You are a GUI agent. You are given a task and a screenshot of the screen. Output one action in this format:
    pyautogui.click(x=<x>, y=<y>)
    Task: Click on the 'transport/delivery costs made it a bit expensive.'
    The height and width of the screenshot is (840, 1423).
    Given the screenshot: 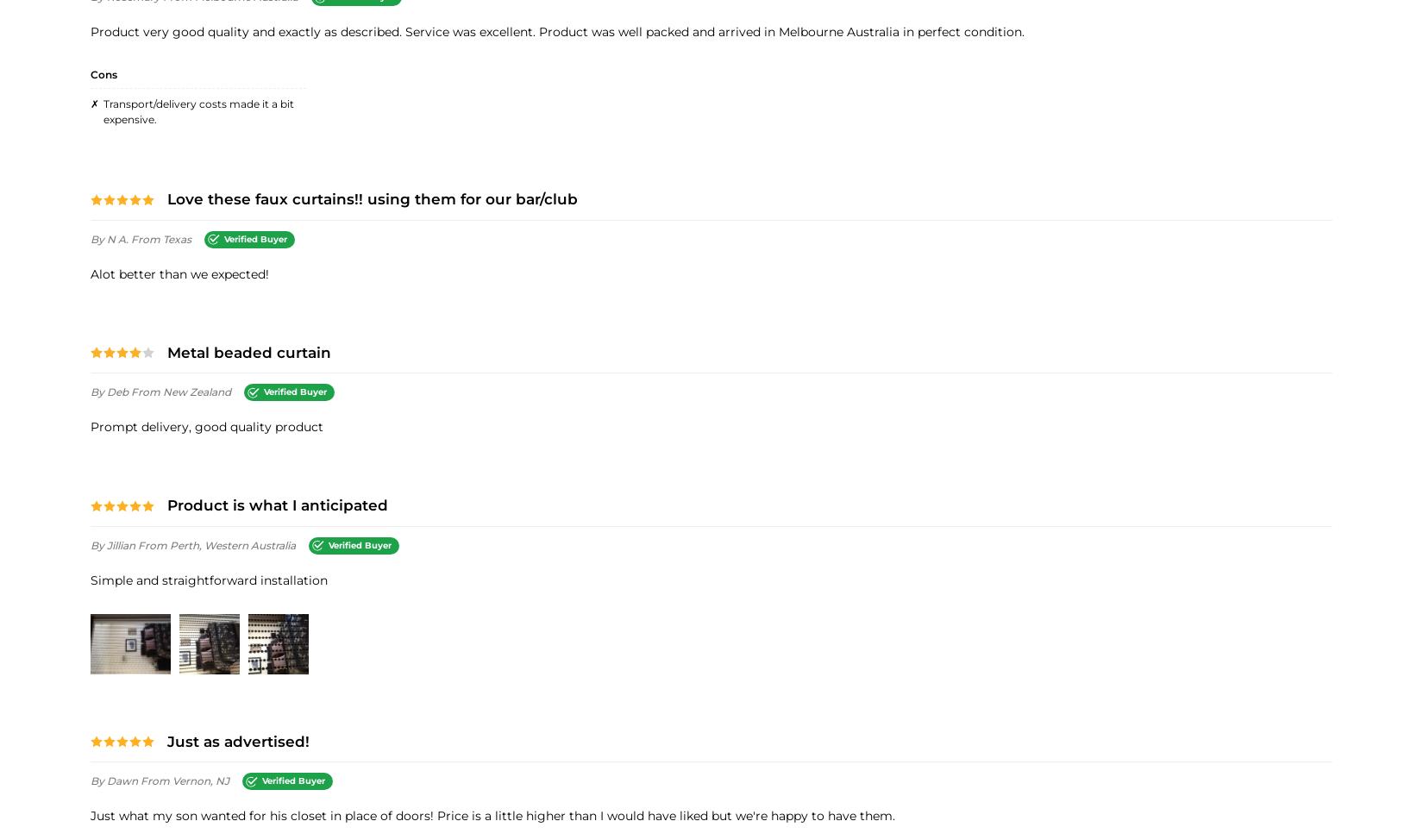 What is the action you would take?
    pyautogui.click(x=198, y=110)
    